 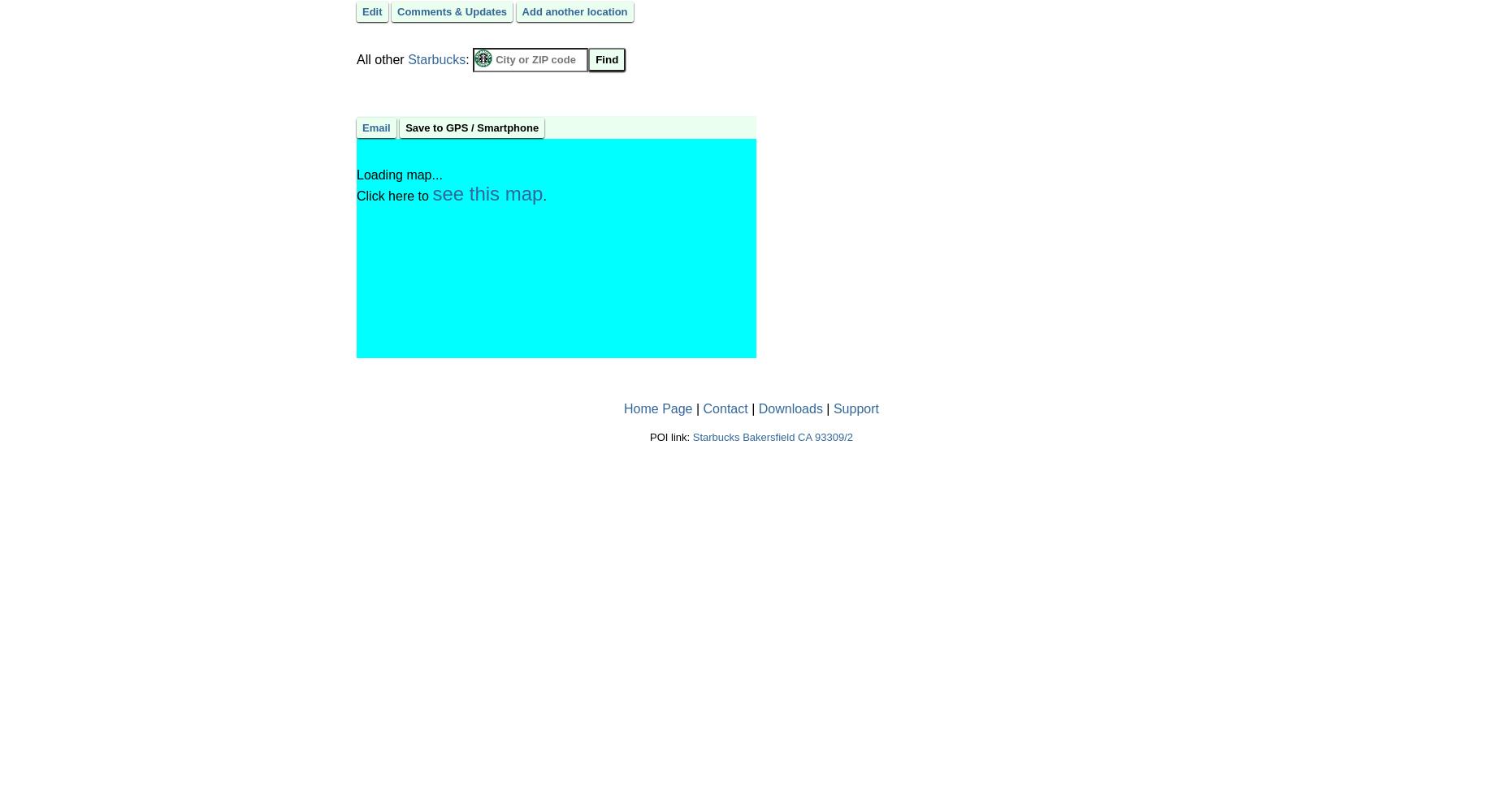 What do you see at coordinates (789, 408) in the screenshot?
I see `'Downloads'` at bounding box center [789, 408].